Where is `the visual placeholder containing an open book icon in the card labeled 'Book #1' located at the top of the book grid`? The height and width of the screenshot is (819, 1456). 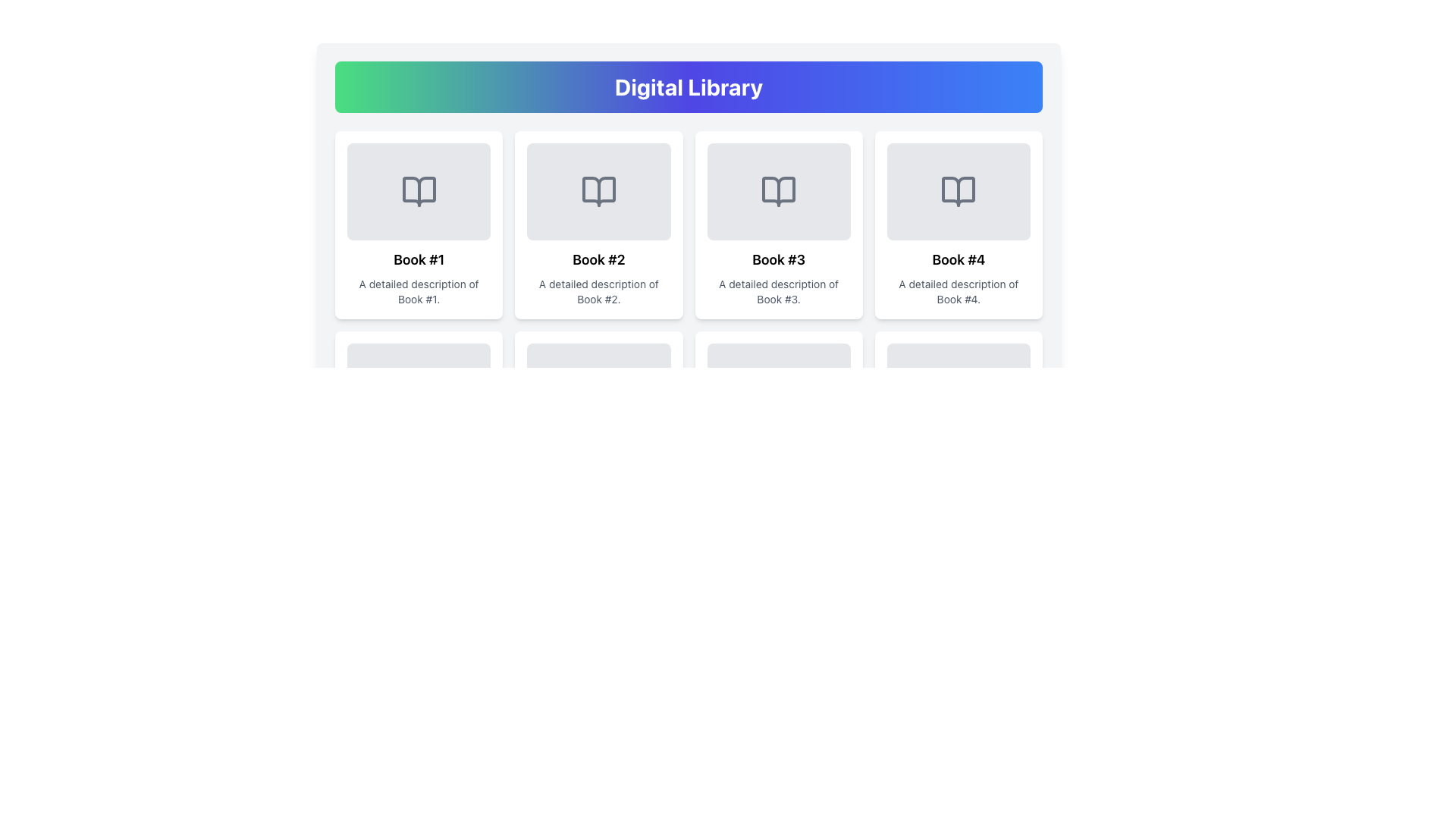
the visual placeholder containing an open book icon in the card labeled 'Book #1' located at the top of the book grid is located at coordinates (419, 191).